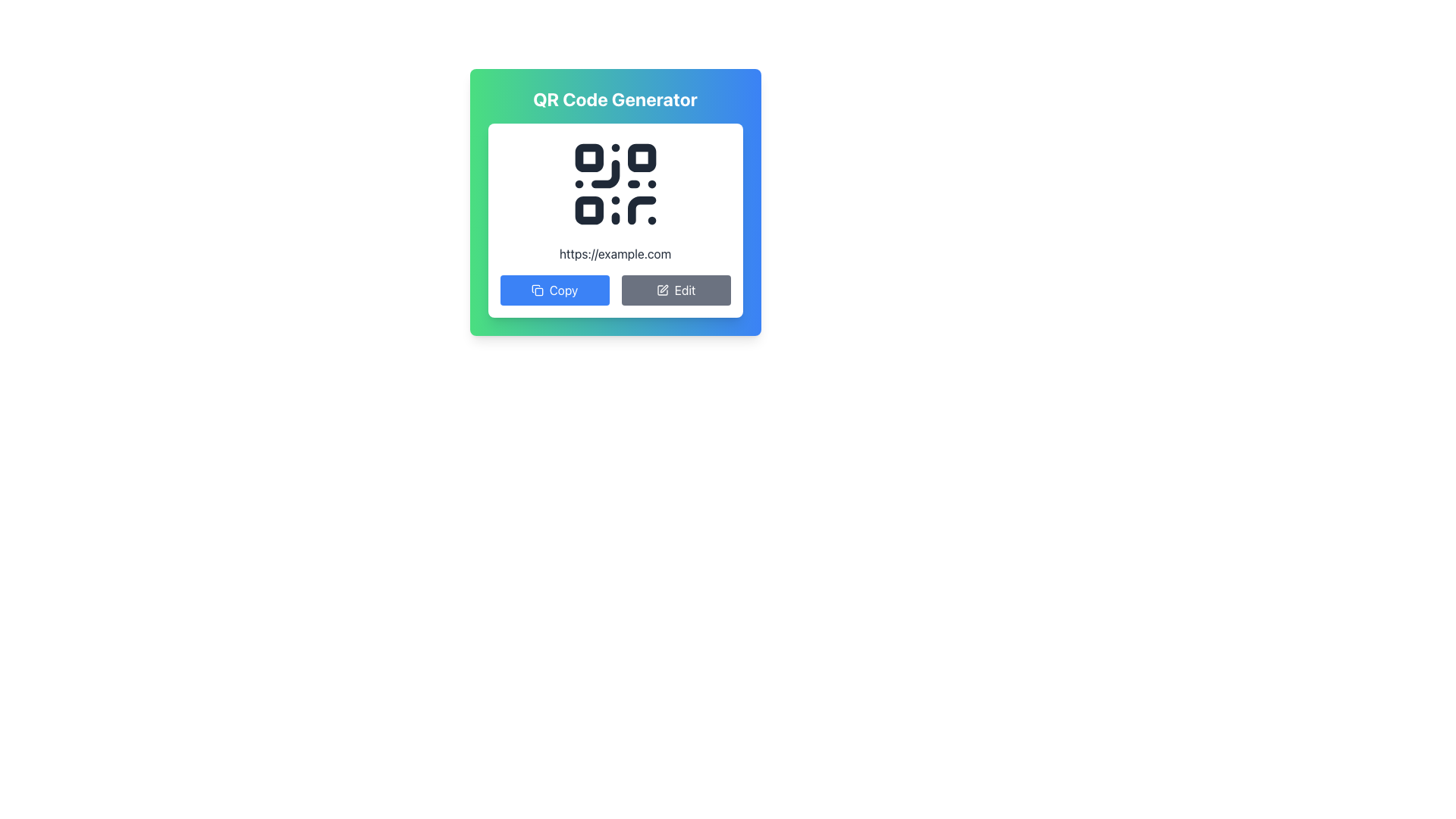 The height and width of the screenshot is (819, 1456). What do you see at coordinates (615, 99) in the screenshot?
I see `the Text header at the top of the card, which indicates the purpose or functionality of the card's content` at bounding box center [615, 99].